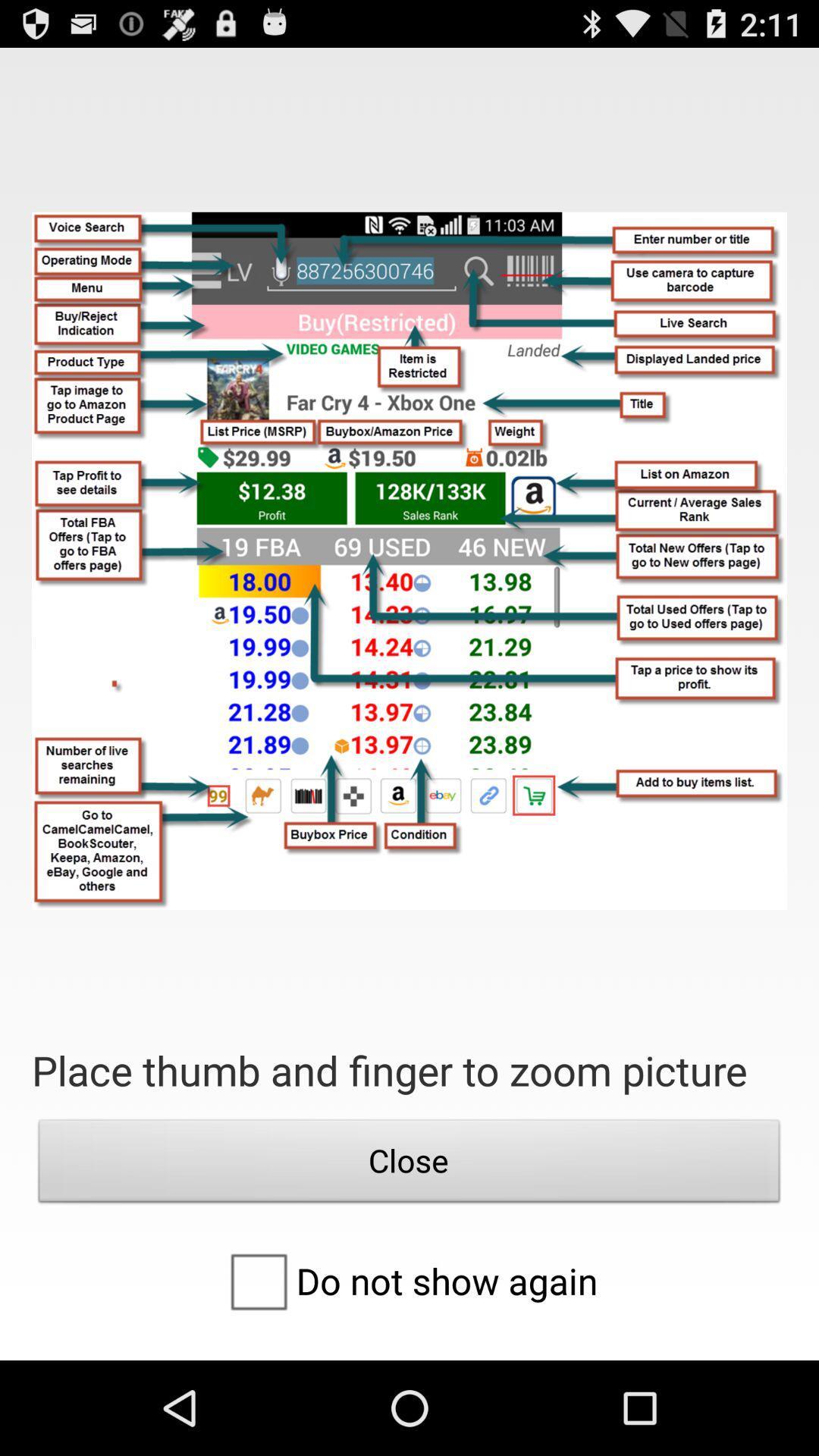 This screenshot has width=819, height=1456. Describe the element at coordinates (408, 1280) in the screenshot. I see `the button below close button` at that location.